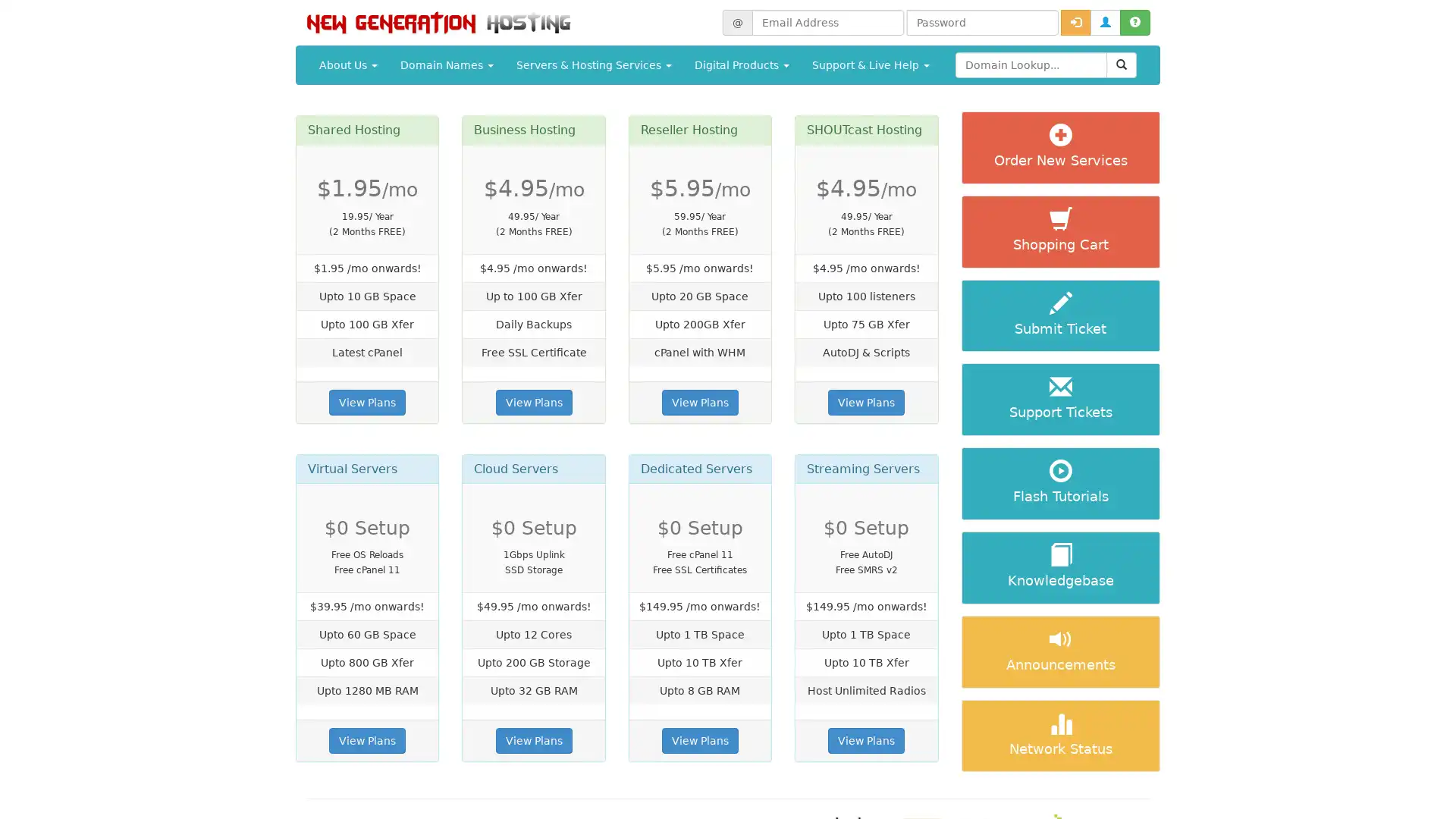 The height and width of the screenshot is (819, 1456). I want to click on View Plans, so click(866, 400).